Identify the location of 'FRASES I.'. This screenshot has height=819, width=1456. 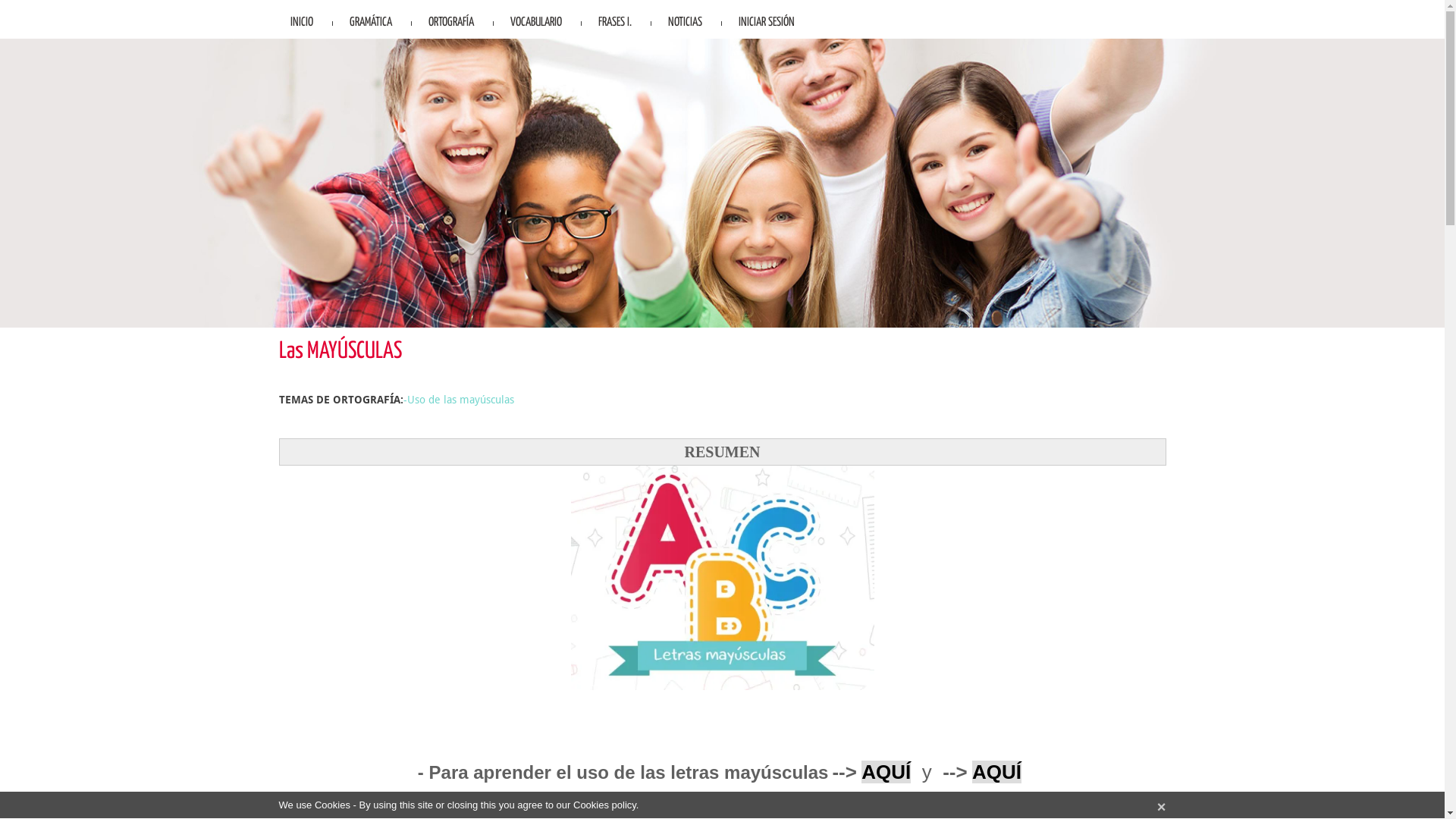
(615, 19).